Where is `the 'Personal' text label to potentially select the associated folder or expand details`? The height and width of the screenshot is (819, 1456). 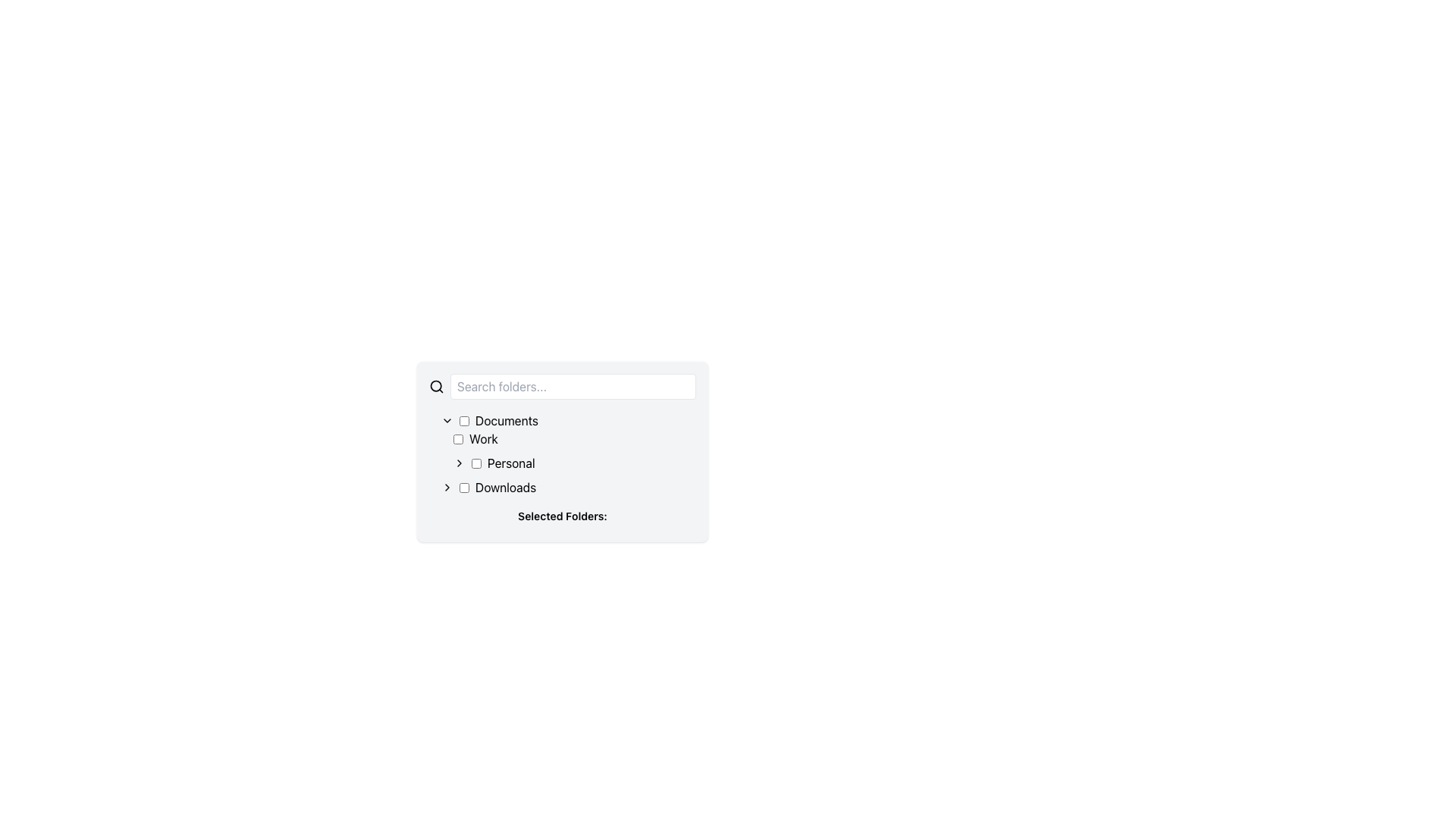
the 'Personal' text label to potentially select the associated folder or expand details is located at coordinates (511, 462).